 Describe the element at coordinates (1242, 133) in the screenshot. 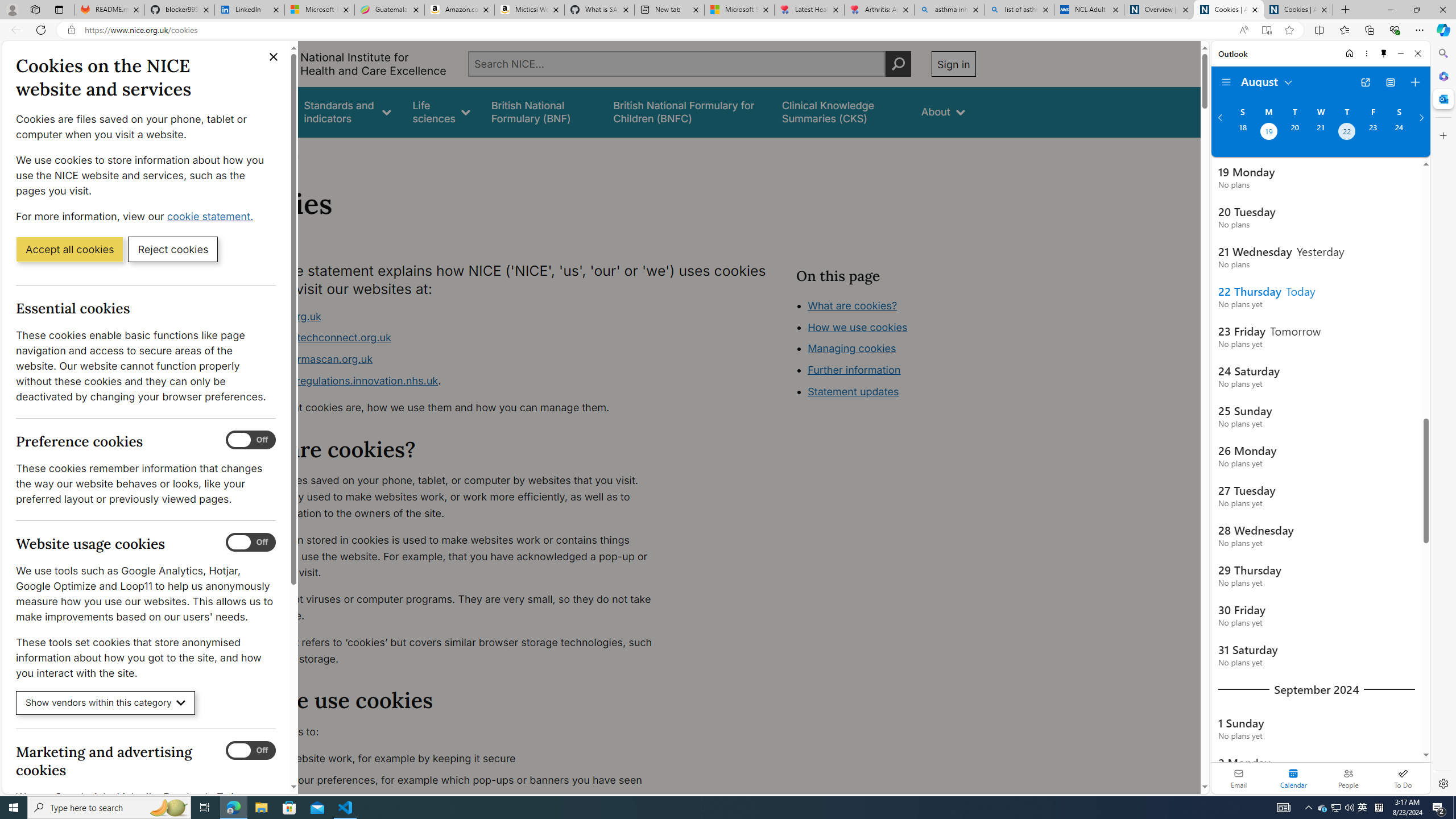

I see `'Sunday, August 18, 2024. '` at that location.